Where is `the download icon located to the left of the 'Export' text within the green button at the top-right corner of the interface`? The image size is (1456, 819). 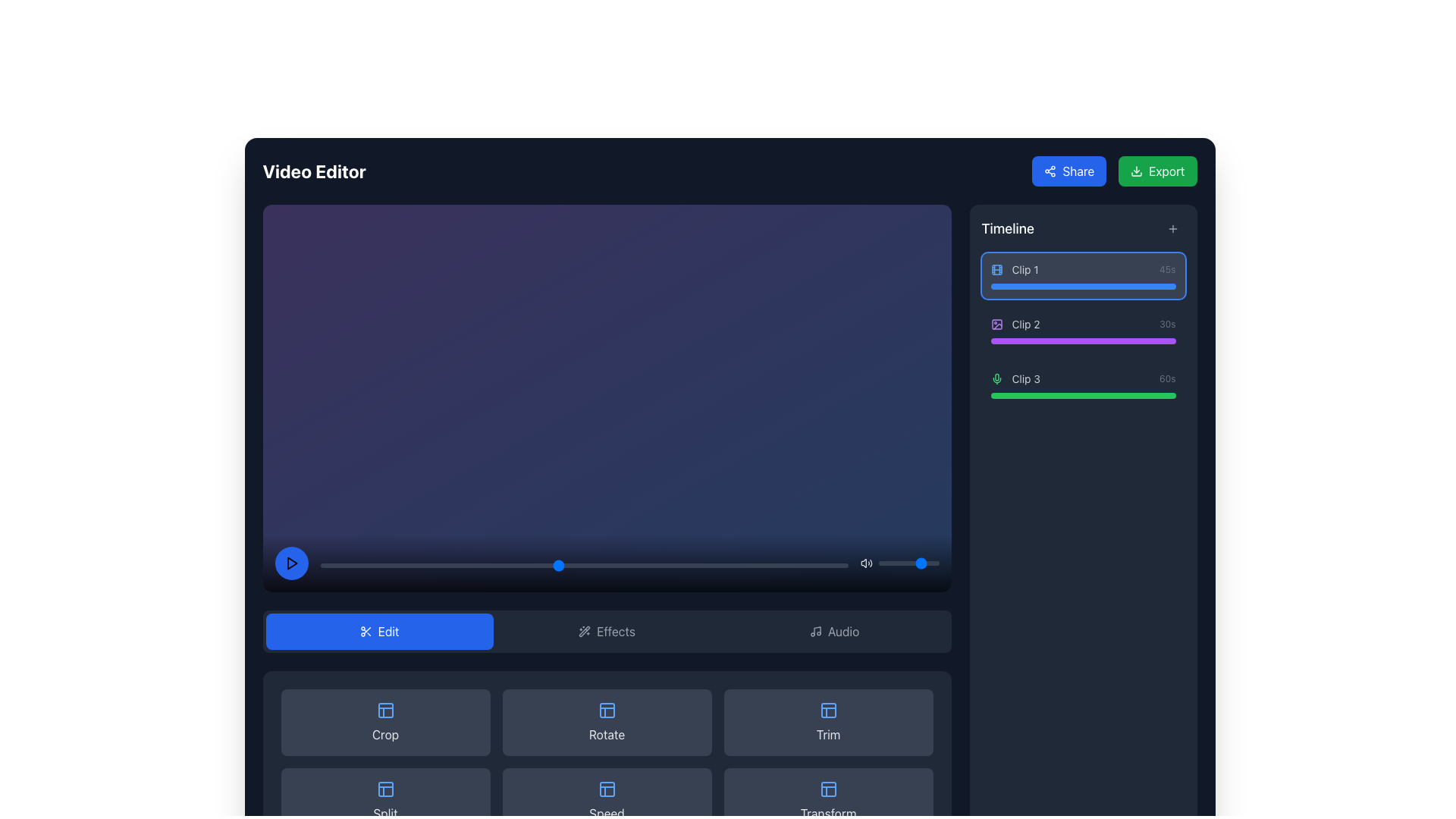 the download icon located to the left of the 'Export' text within the green button at the top-right corner of the interface is located at coordinates (1137, 171).